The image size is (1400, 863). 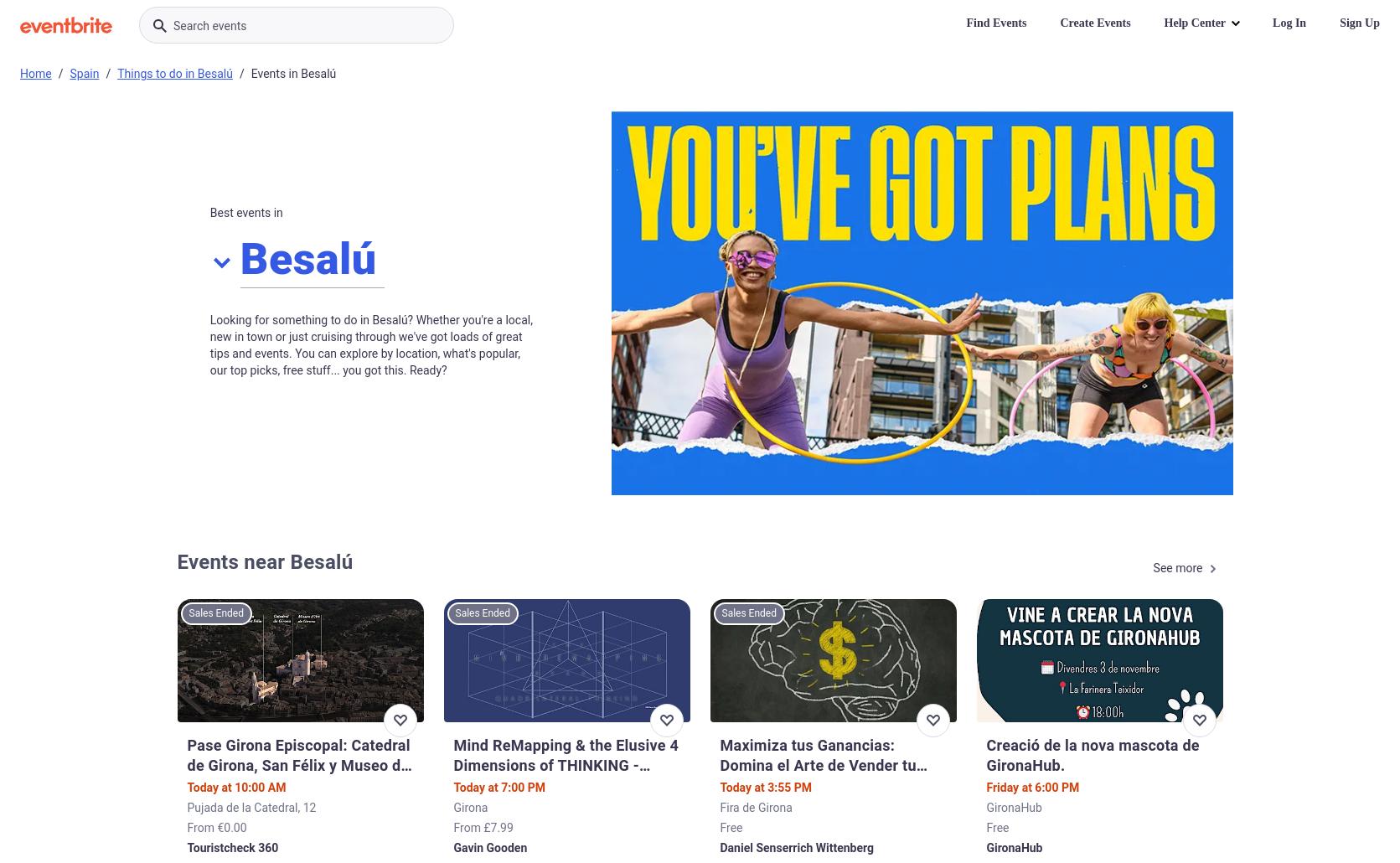 I want to click on 'Events near Besalú', so click(x=263, y=561).